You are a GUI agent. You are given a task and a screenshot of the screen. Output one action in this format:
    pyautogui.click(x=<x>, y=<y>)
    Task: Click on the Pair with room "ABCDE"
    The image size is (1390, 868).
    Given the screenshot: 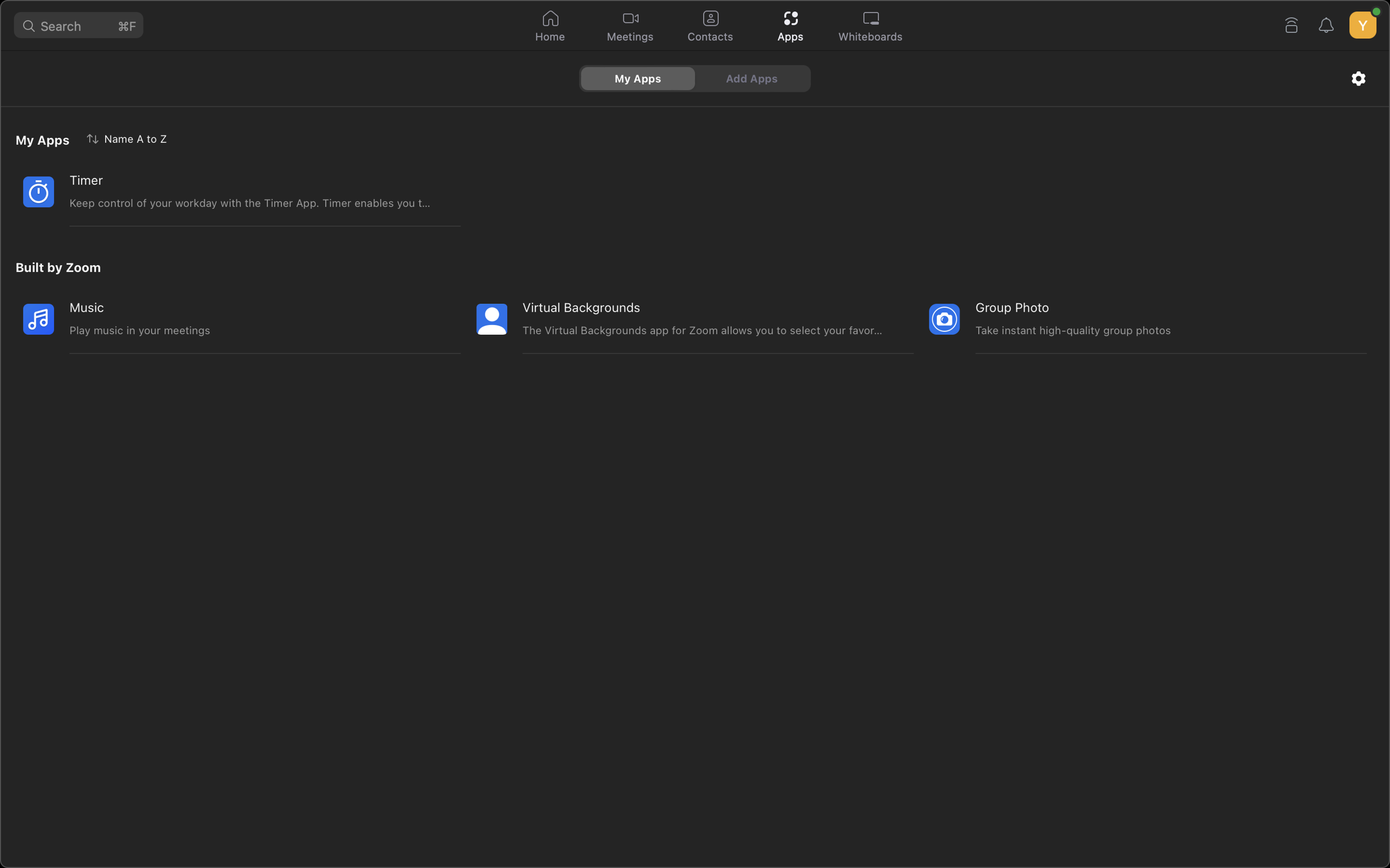 What is the action you would take?
    pyautogui.click(x=1290, y=24)
    